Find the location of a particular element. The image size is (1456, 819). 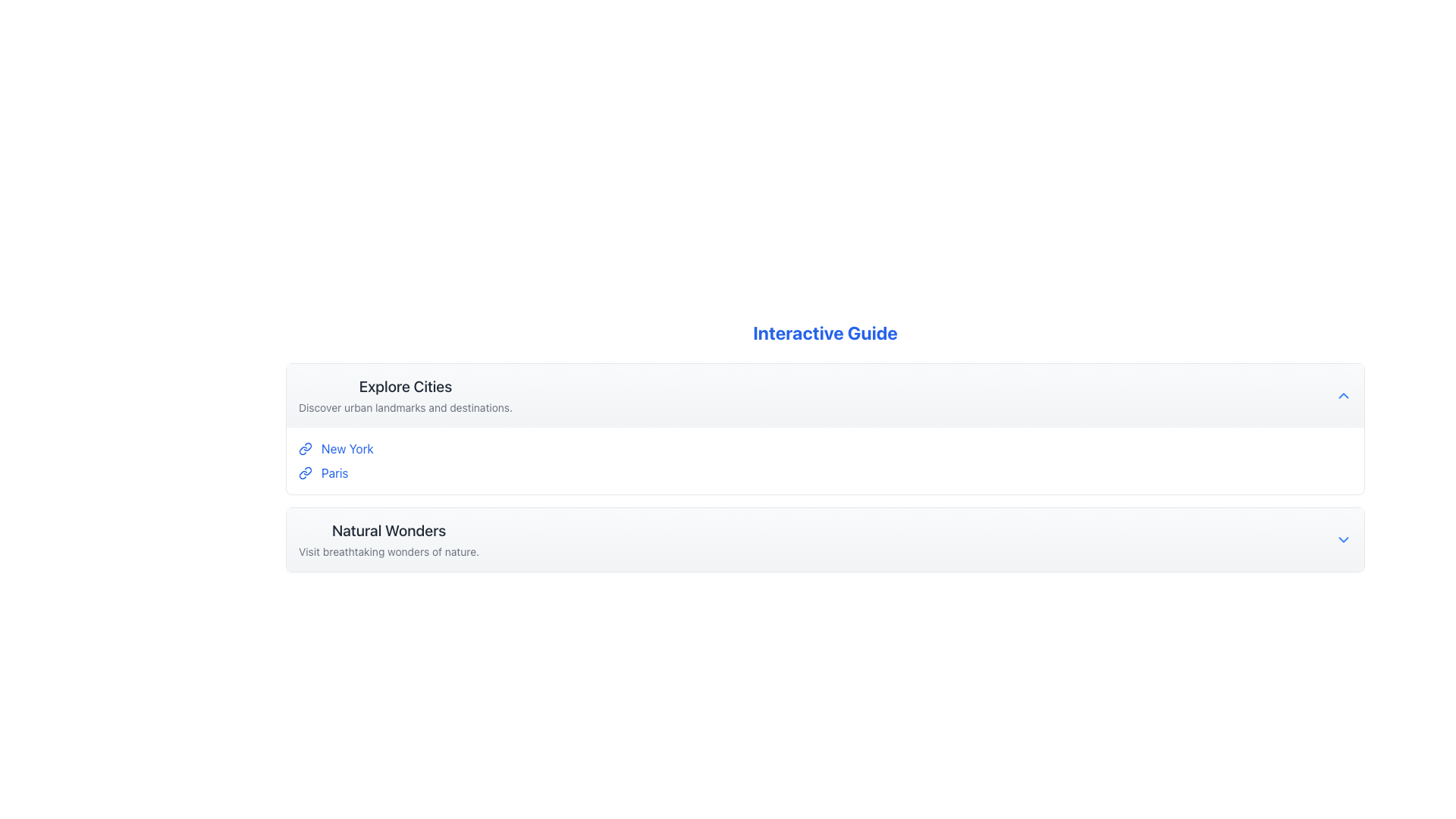

the chevron-up icon button with a blue stroke located at the top right corner of the 'Explore Cities' card is located at coordinates (1343, 394).